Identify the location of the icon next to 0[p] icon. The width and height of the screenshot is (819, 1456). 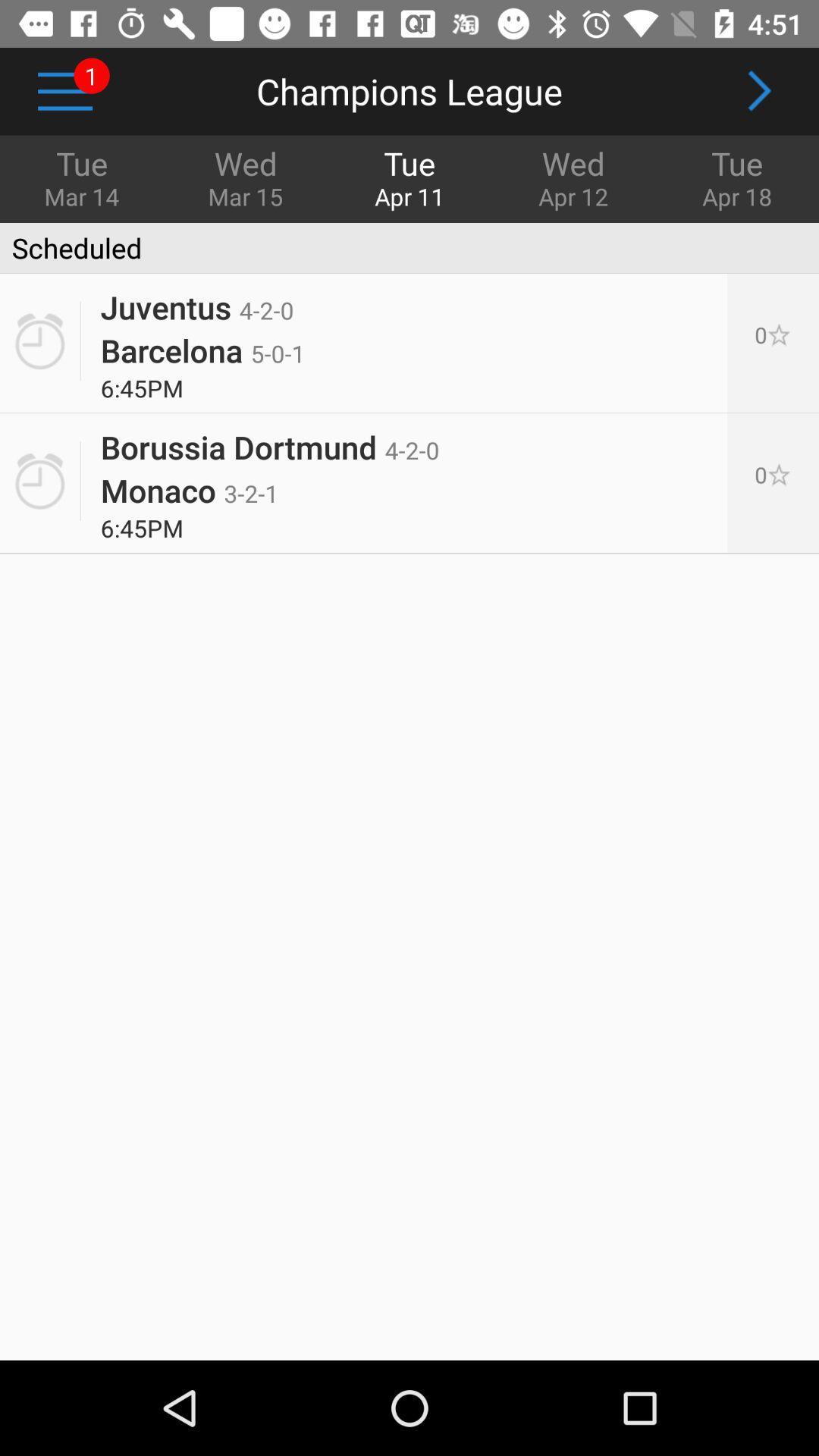
(269, 440).